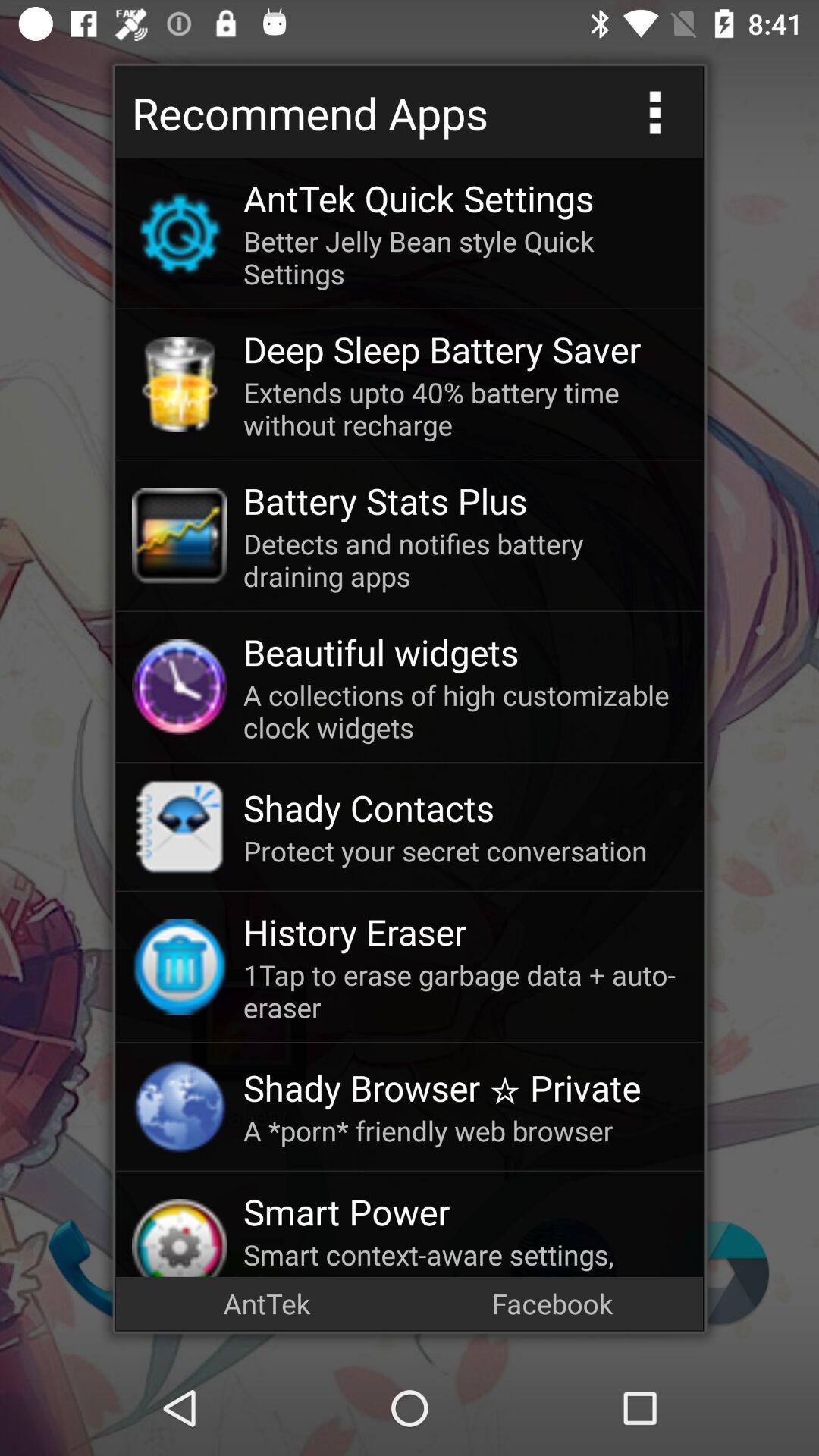  Describe the element at coordinates (464, 710) in the screenshot. I see `app below the beautiful widgets item` at that location.